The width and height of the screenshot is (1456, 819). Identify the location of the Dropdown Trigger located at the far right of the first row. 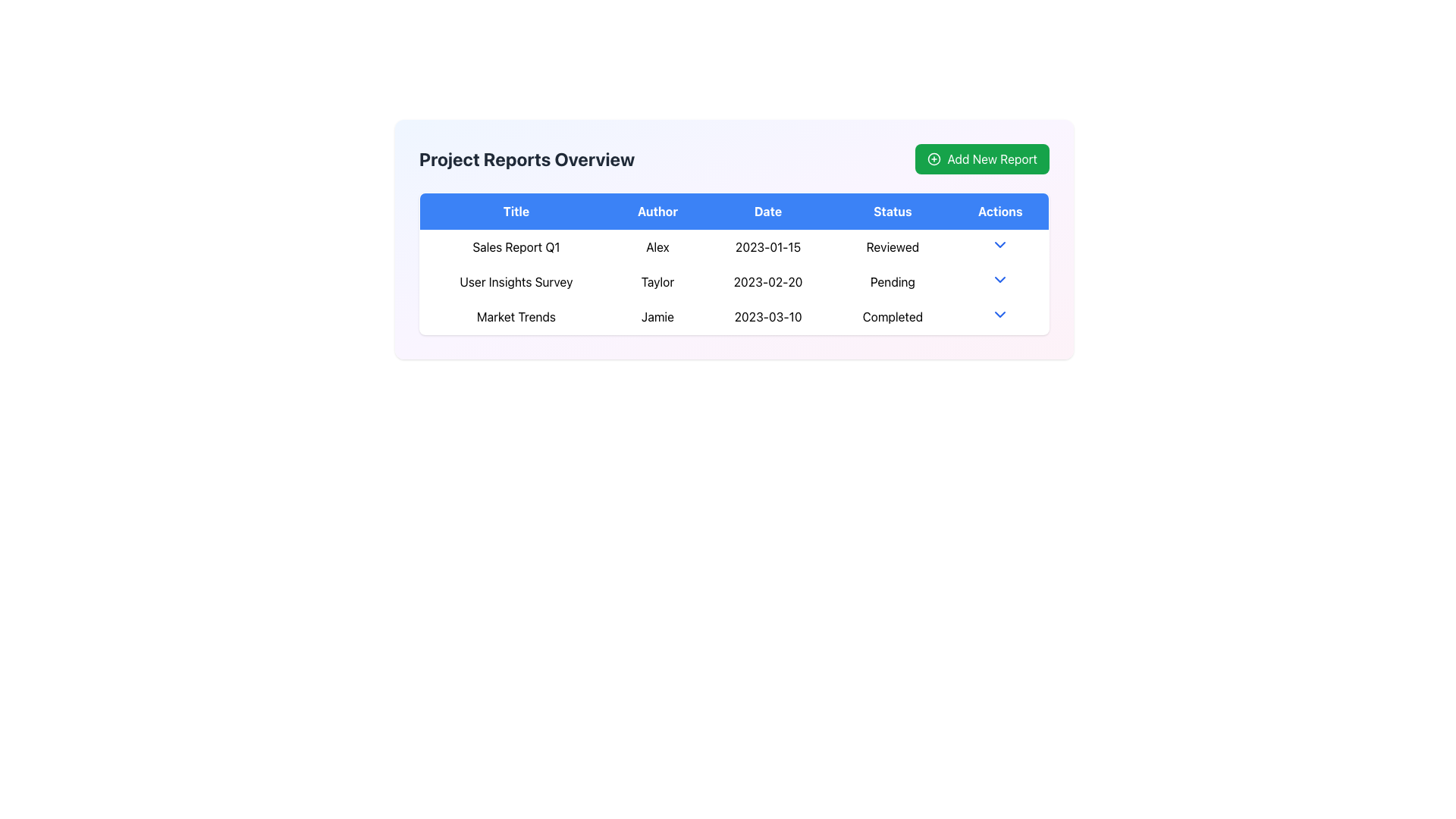
(1000, 246).